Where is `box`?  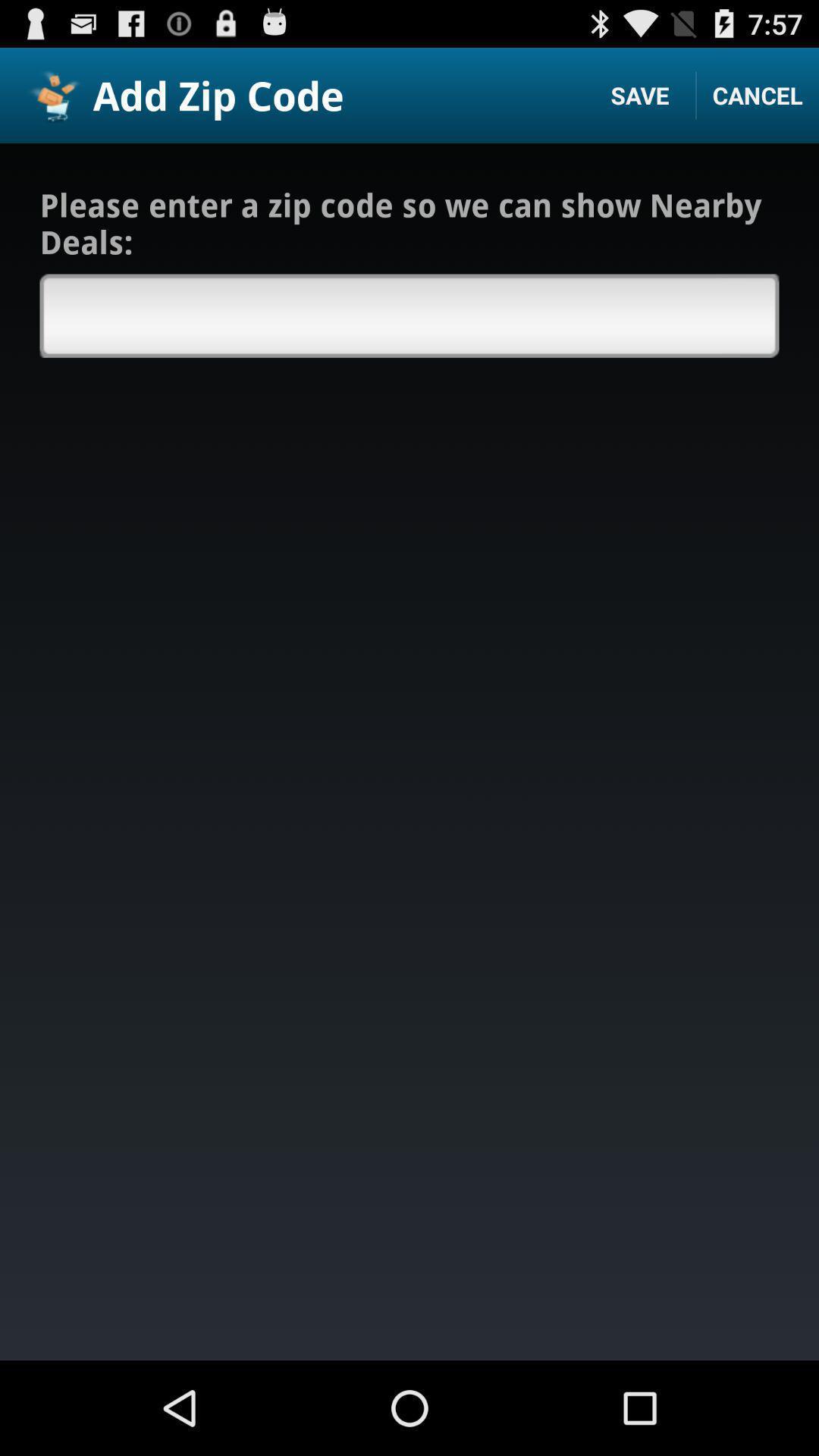
box is located at coordinates (409, 315).